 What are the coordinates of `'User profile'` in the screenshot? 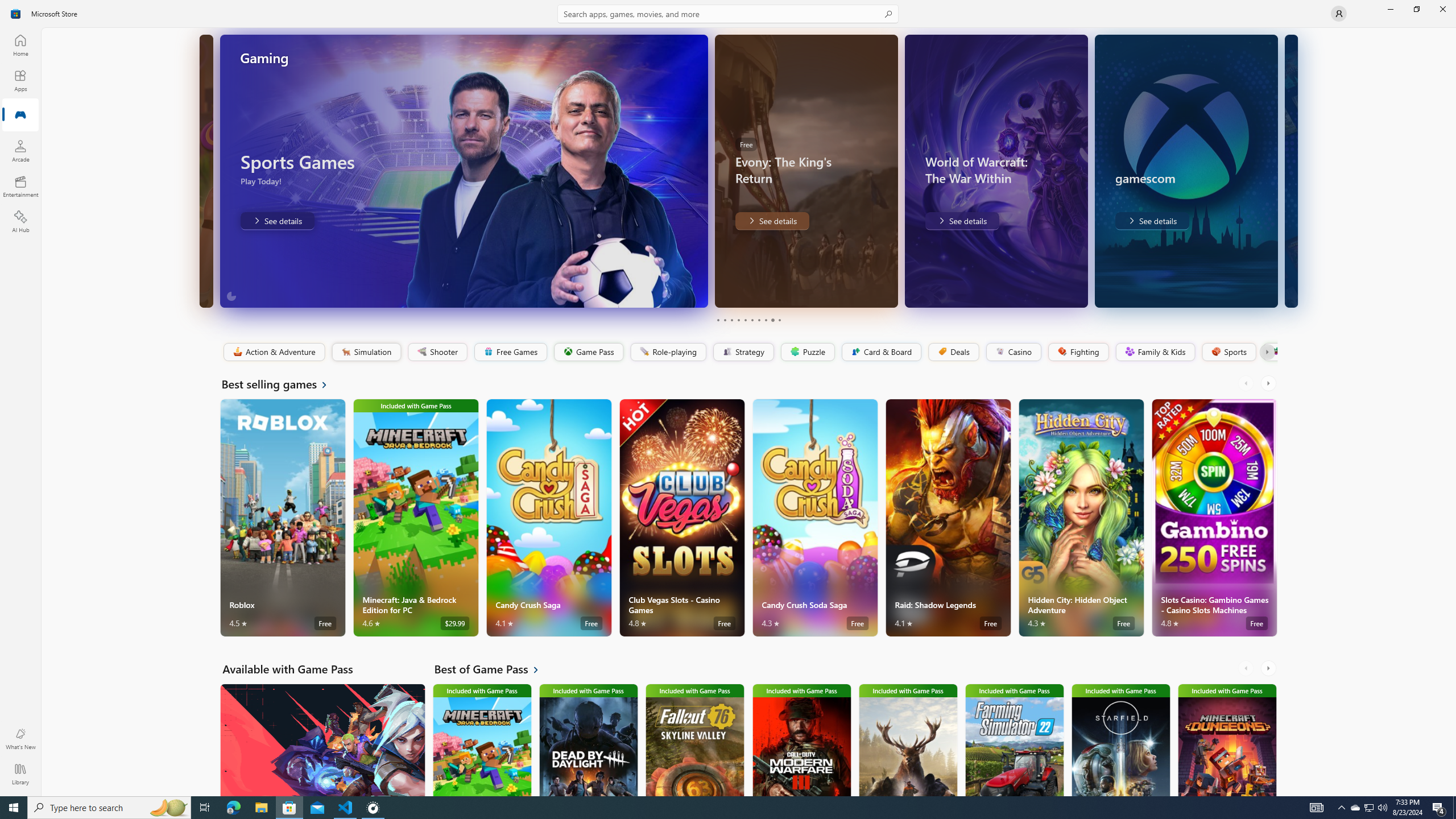 It's located at (1338, 13).